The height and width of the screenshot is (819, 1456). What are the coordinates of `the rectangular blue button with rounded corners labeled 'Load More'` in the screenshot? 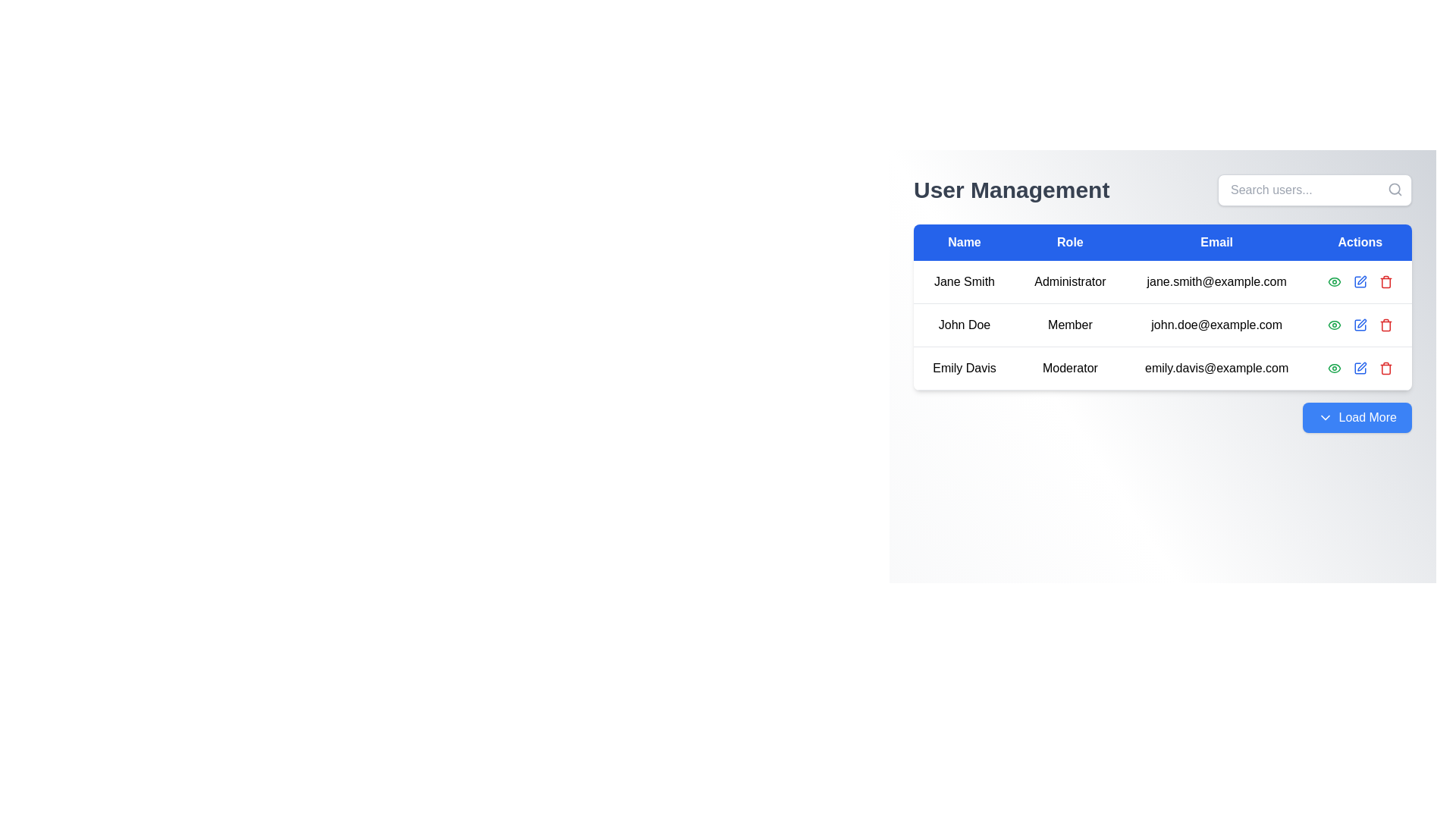 It's located at (1162, 418).